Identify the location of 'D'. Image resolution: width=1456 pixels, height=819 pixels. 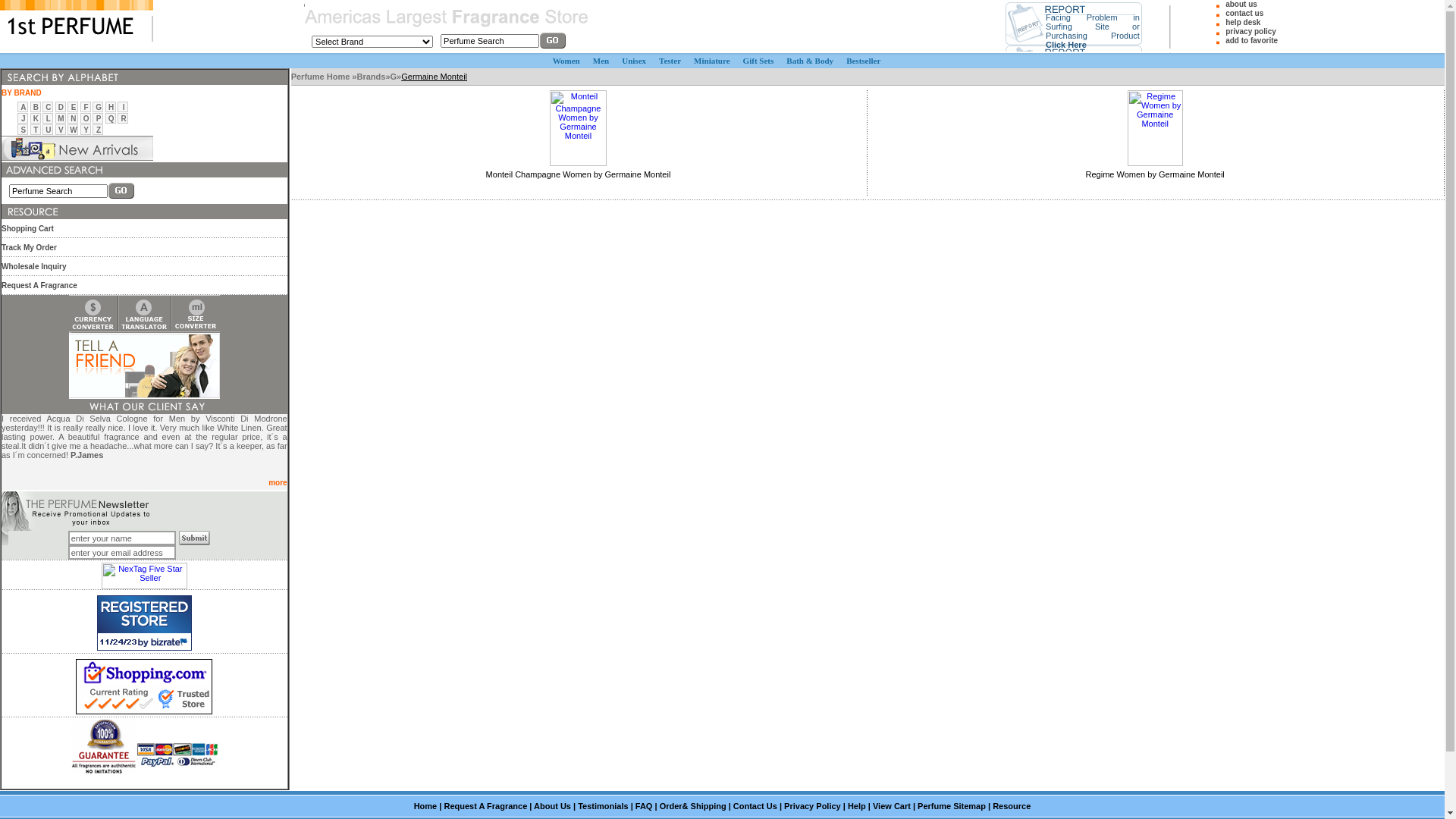
(61, 106).